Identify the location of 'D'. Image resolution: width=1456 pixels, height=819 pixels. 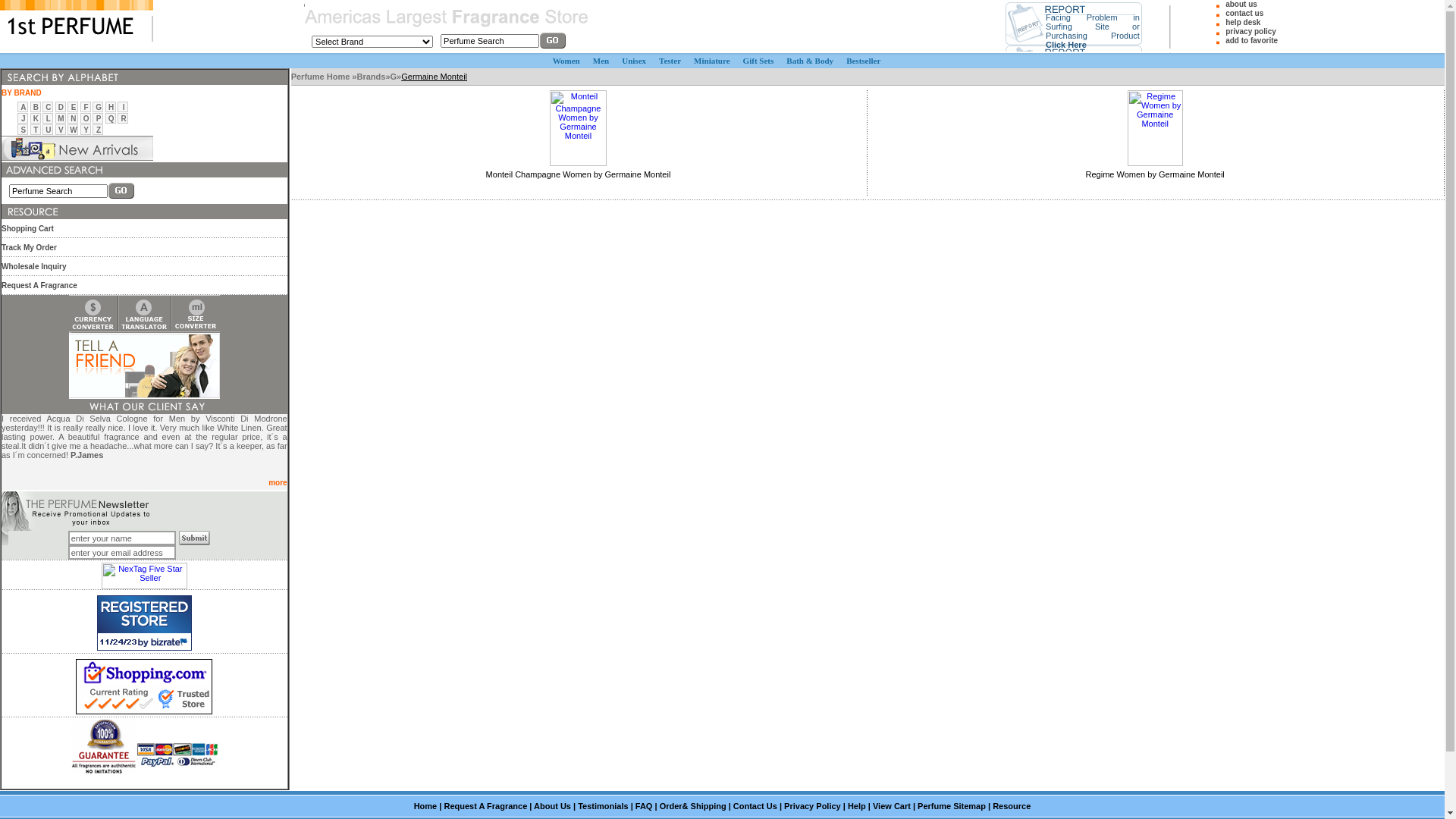
(61, 106).